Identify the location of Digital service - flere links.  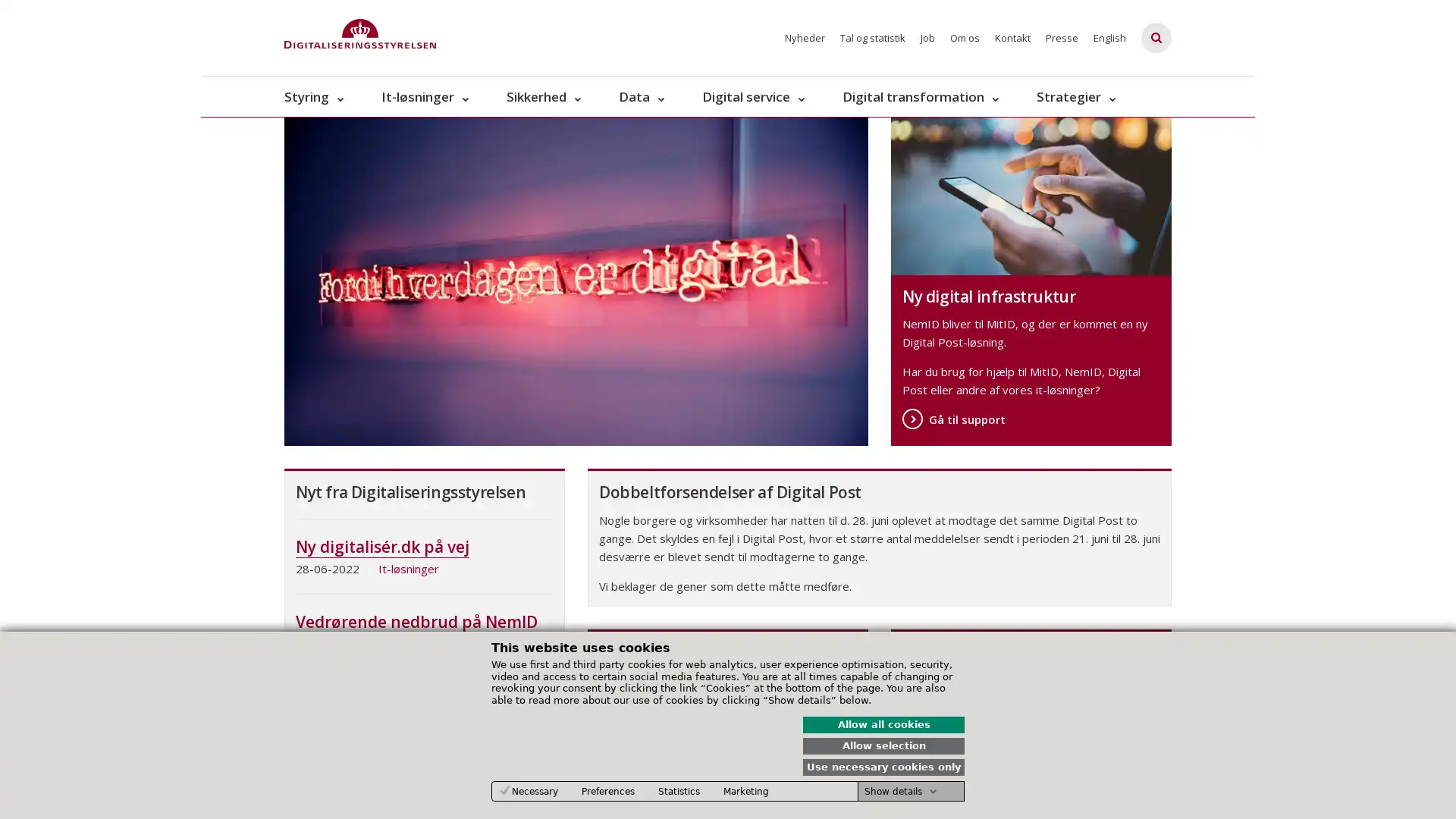
(800, 97).